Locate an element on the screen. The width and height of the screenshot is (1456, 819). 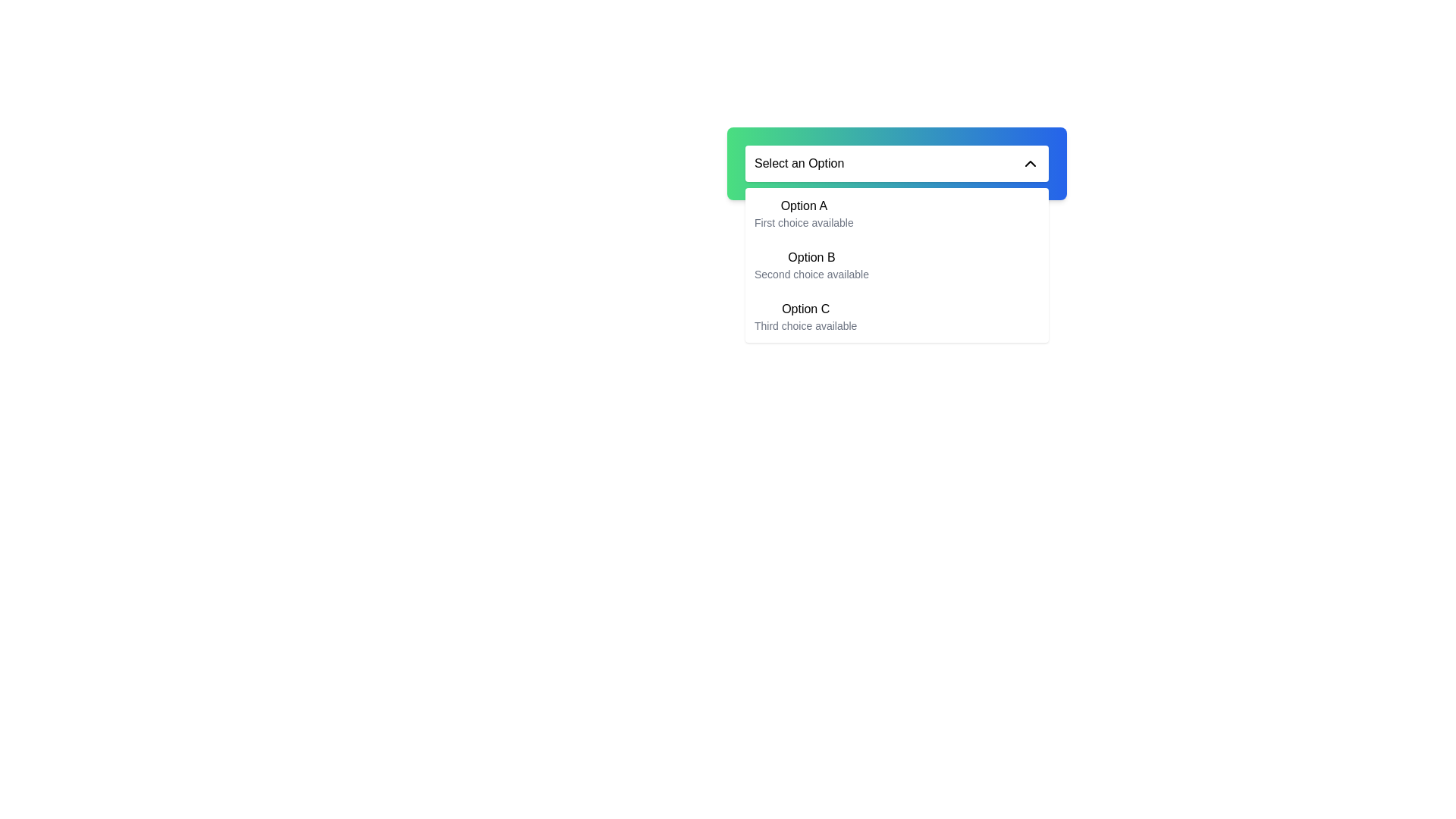
the second item in the dropdown menu is located at coordinates (896, 265).